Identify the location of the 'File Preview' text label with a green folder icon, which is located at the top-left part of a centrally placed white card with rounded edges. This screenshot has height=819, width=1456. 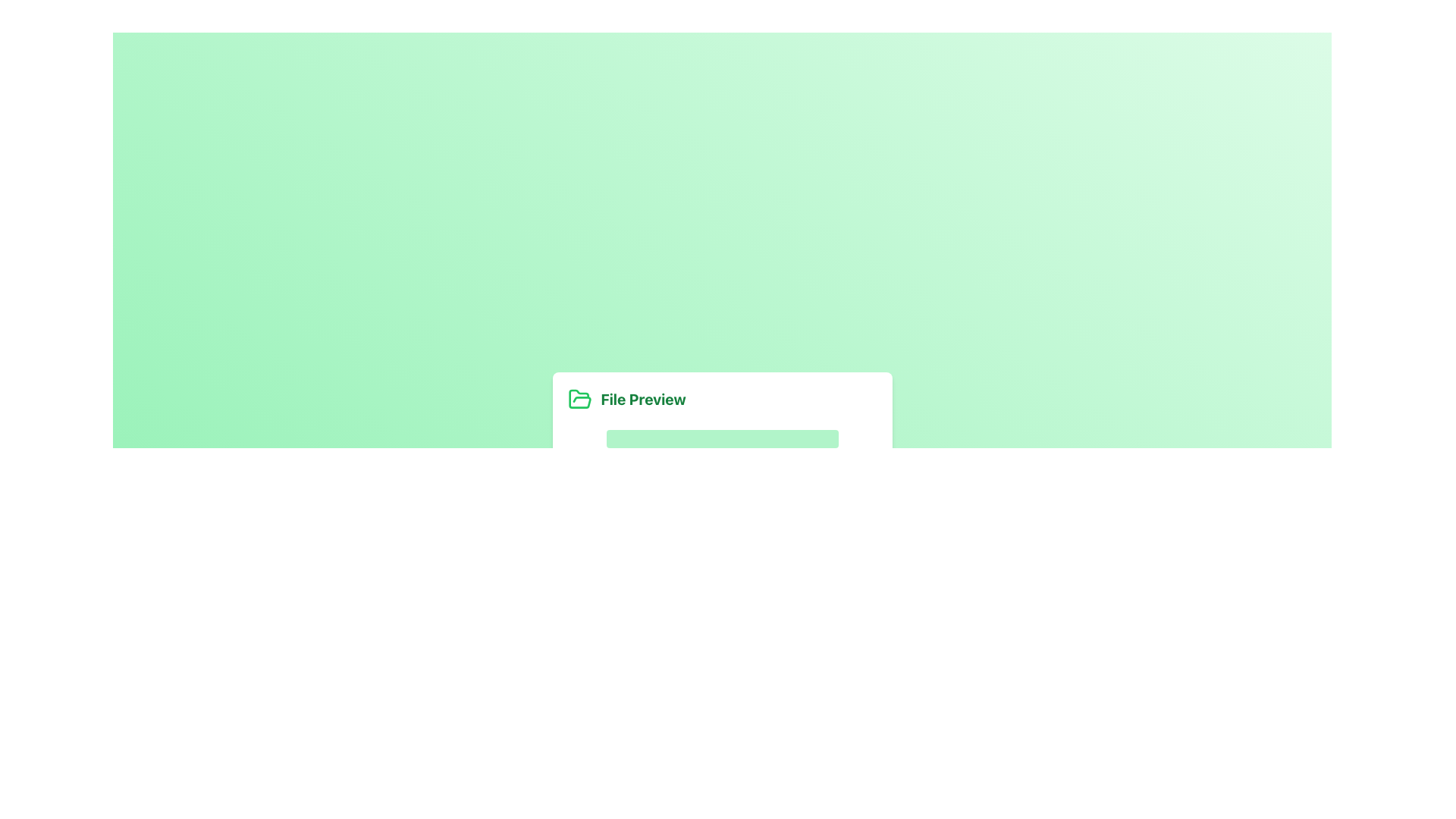
(721, 441).